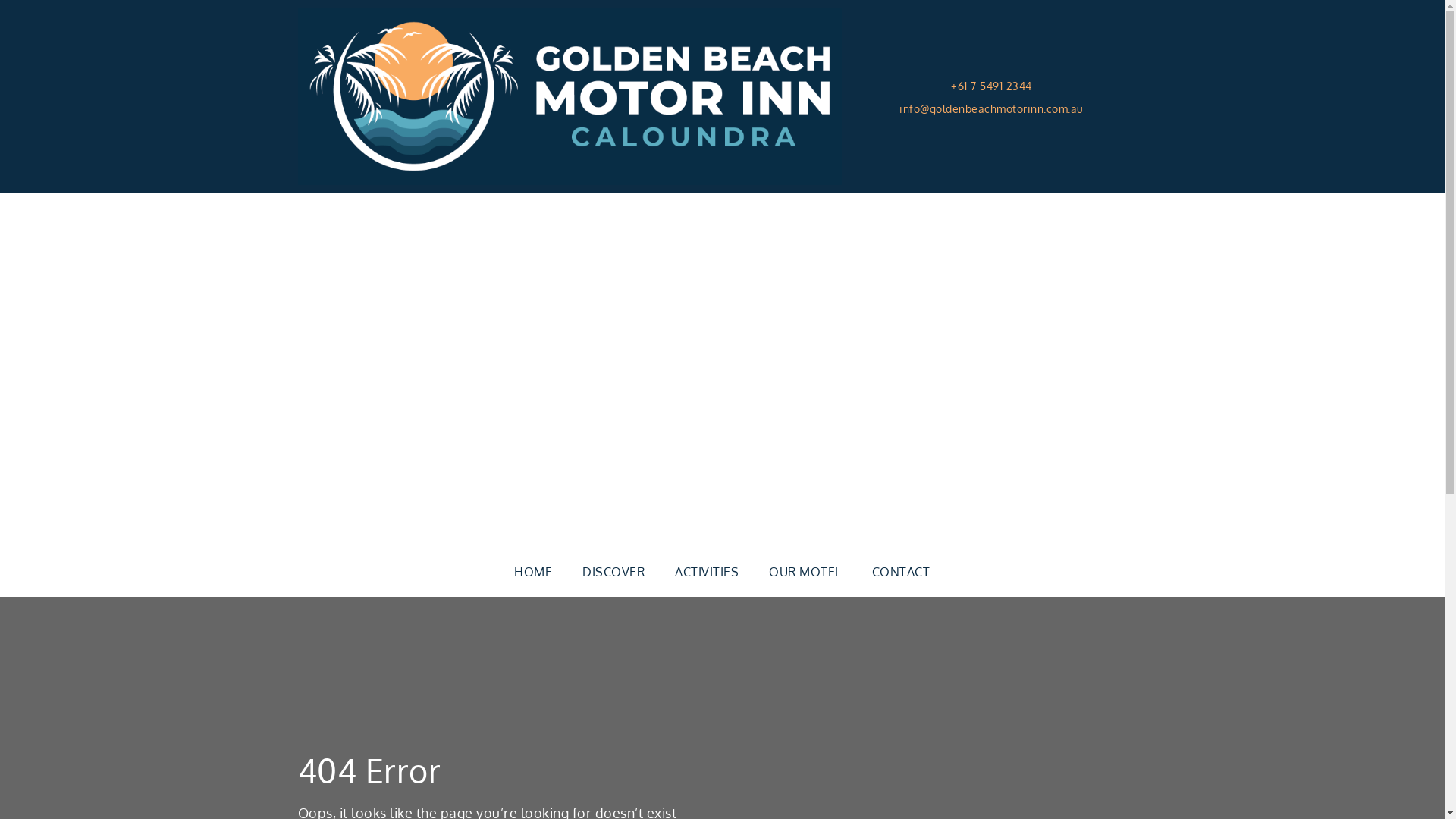  What do you see at coordinates (804, 571) in the screenshot?
I see `'OUR MOTEL'` at bounding box center [804, 571].